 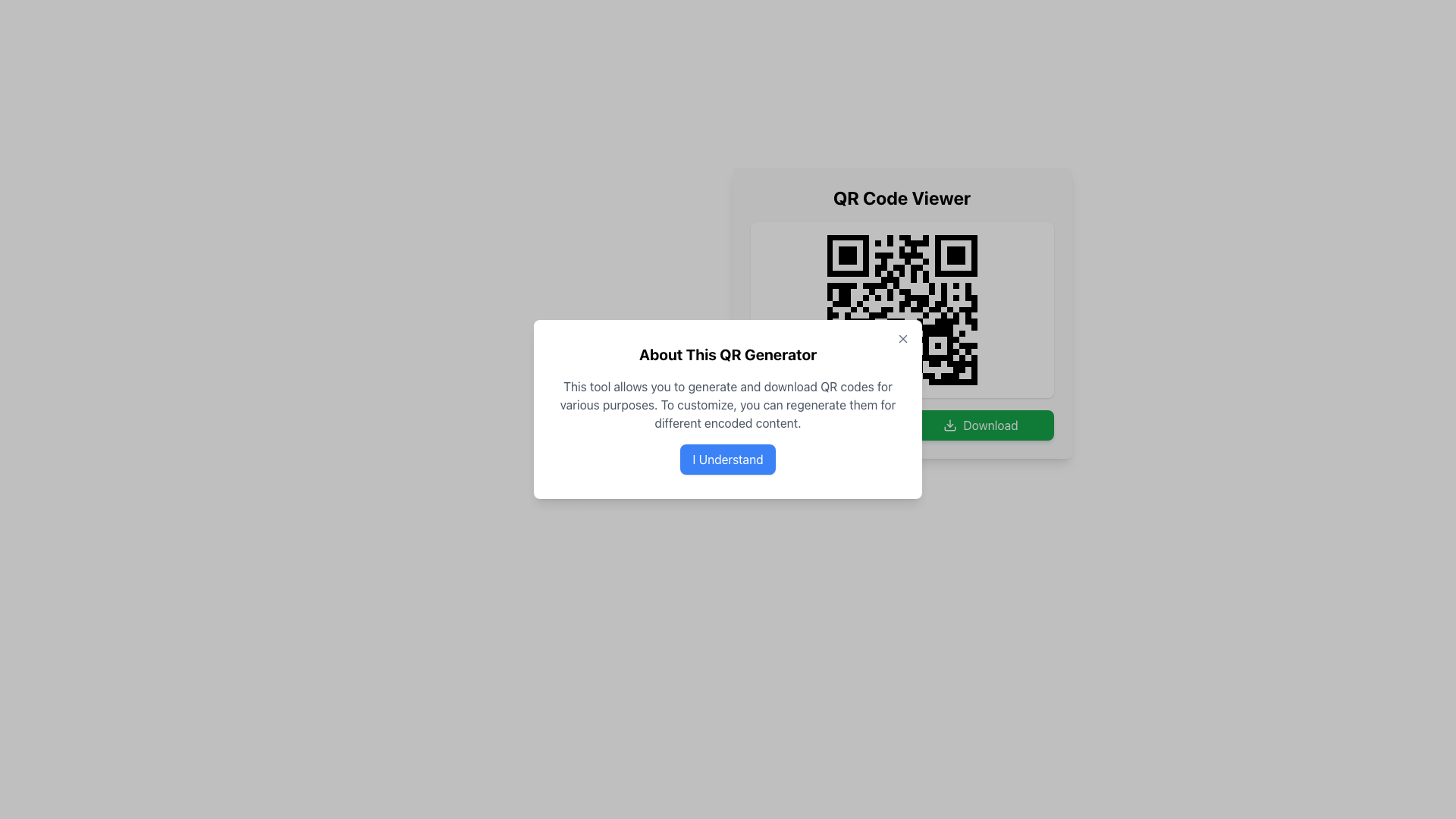 What do you see at coordinates (728, 458) in the screenshot?
I see `the confirmation button located at the bottom center of the 'About This QR Generator' pop-up to observe the hover styling effect` at bounding box center [728, 458].